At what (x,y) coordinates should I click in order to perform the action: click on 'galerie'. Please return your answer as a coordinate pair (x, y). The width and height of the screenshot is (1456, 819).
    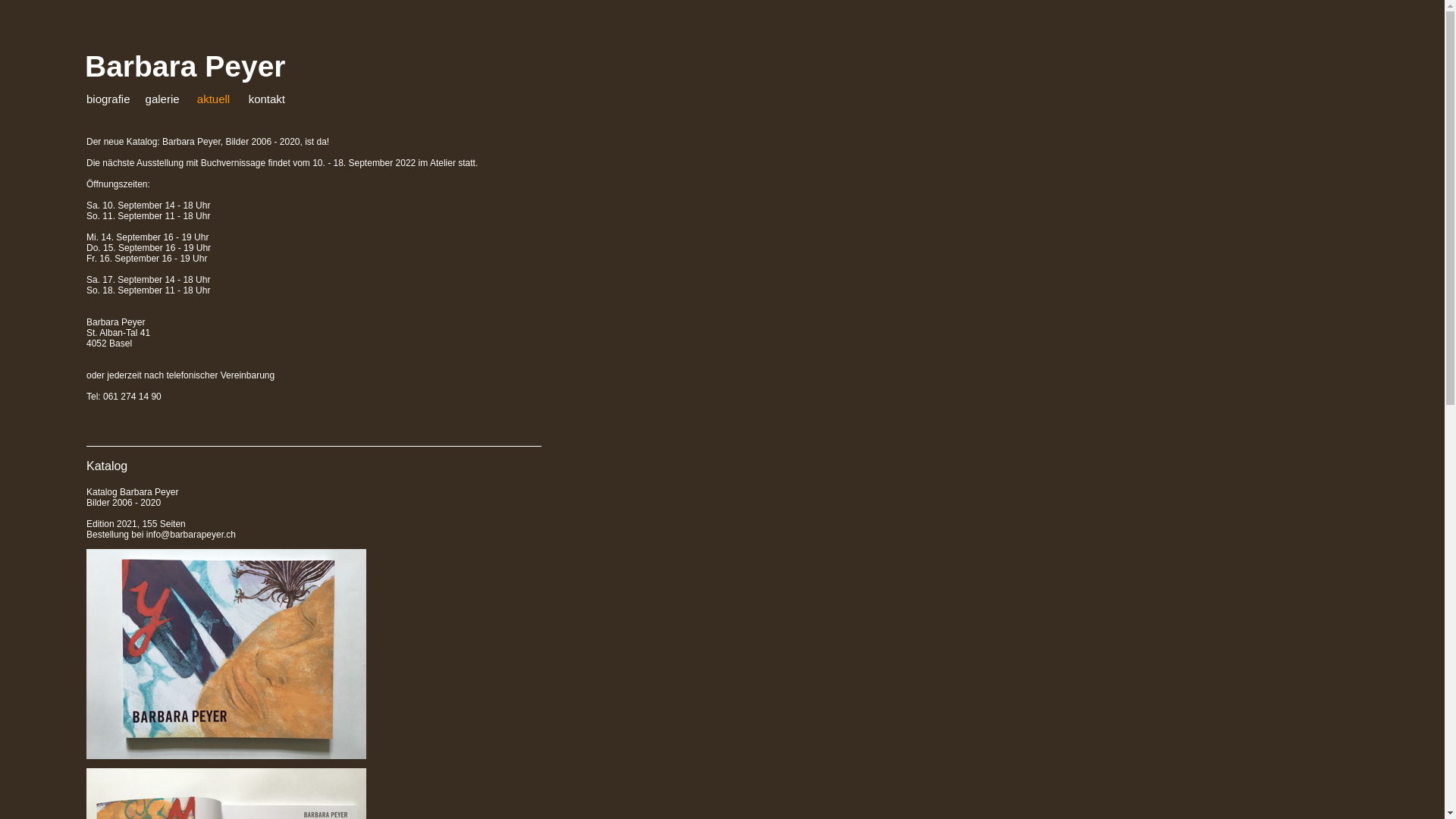
    Looking at the image, I should click on (162, 99).